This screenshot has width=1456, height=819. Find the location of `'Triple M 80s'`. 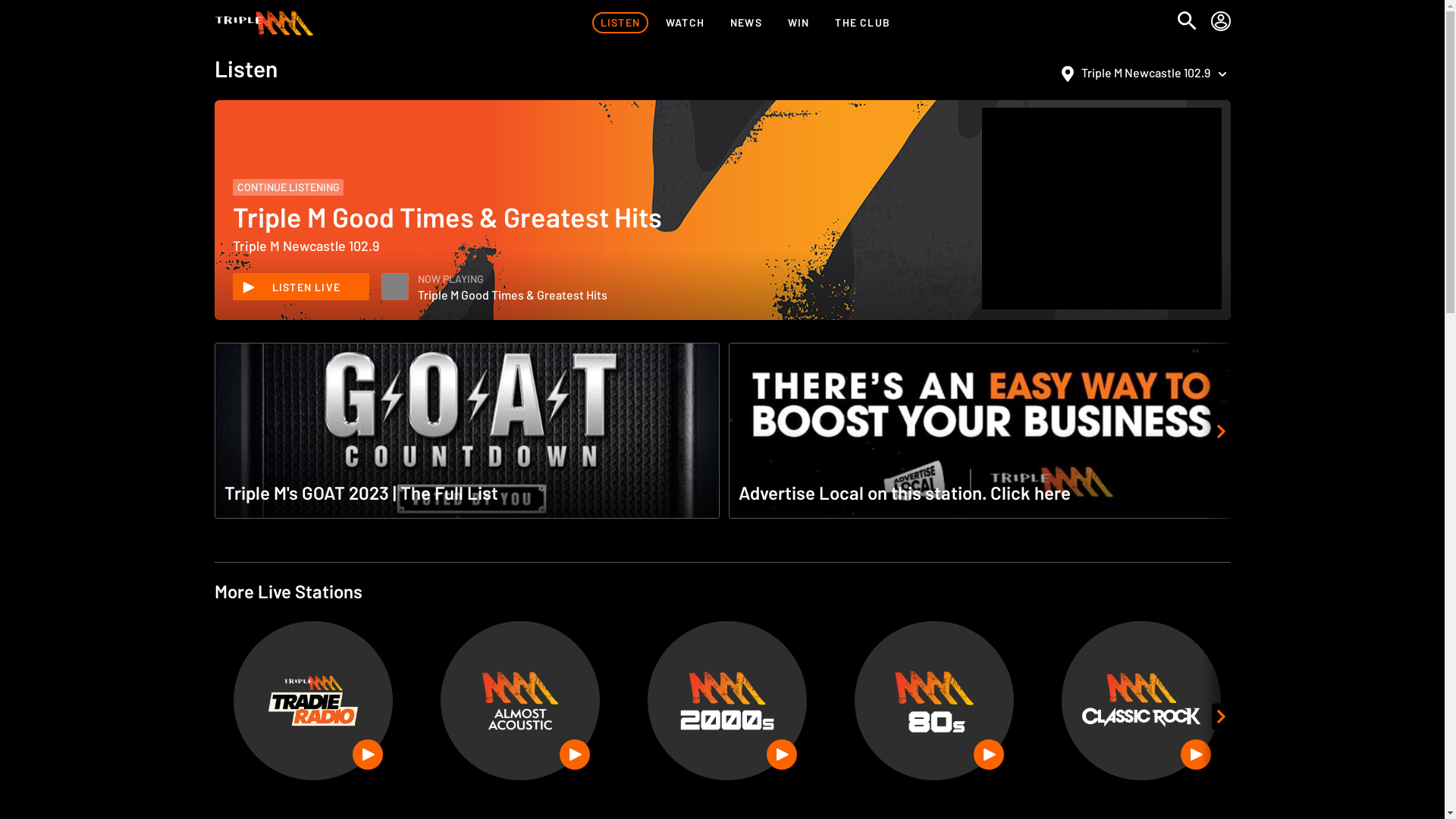

'Triple M 80s' is located at coordinates (934, 701).